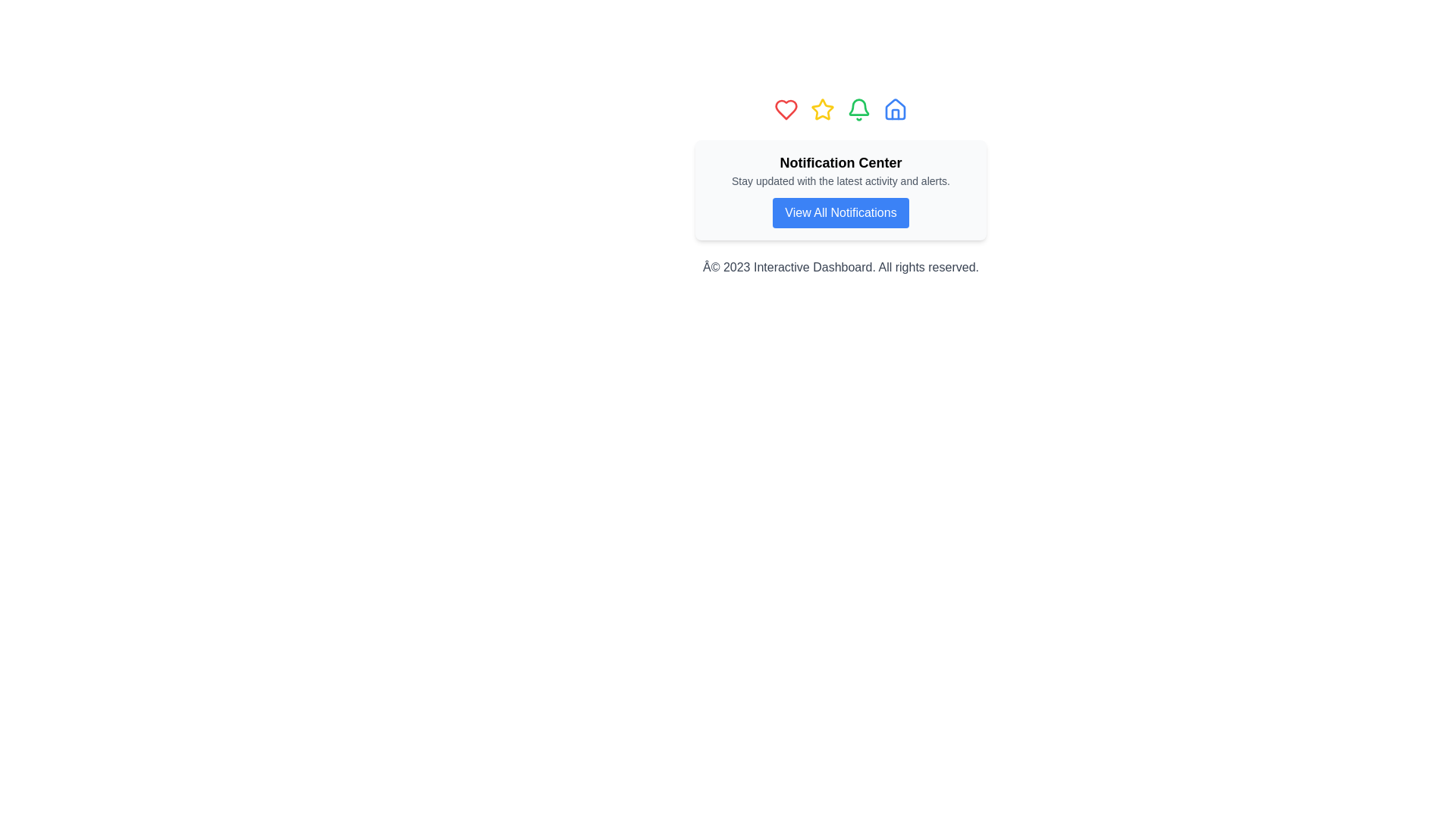 This screenshot has width=1456, height=819. Describe the element at coordinates (839, 109) in the screenshot. I see `the icon group located at the top of the Notification Center card, which serves as a navigation or feature selection panel` at that location.